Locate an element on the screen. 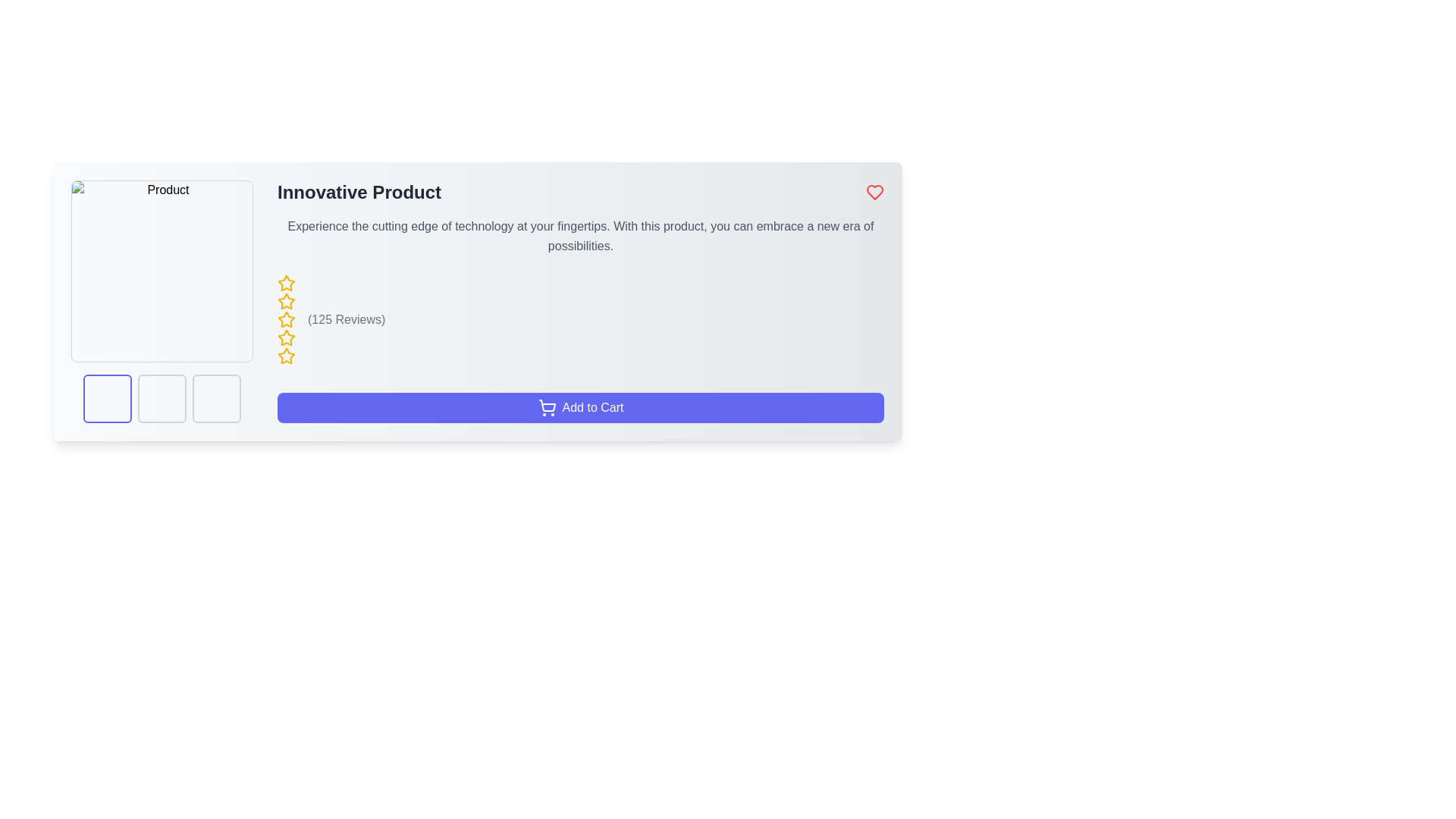 The width and height of the screenshot is (1456, 819). the text block styled with light gray color, centrally aligned, that starts with 'Experience the cutting edge of technology...' located between the header 'Innovative Product' and the '(125 Reviews)' text block is located at coordinates (580, 237).